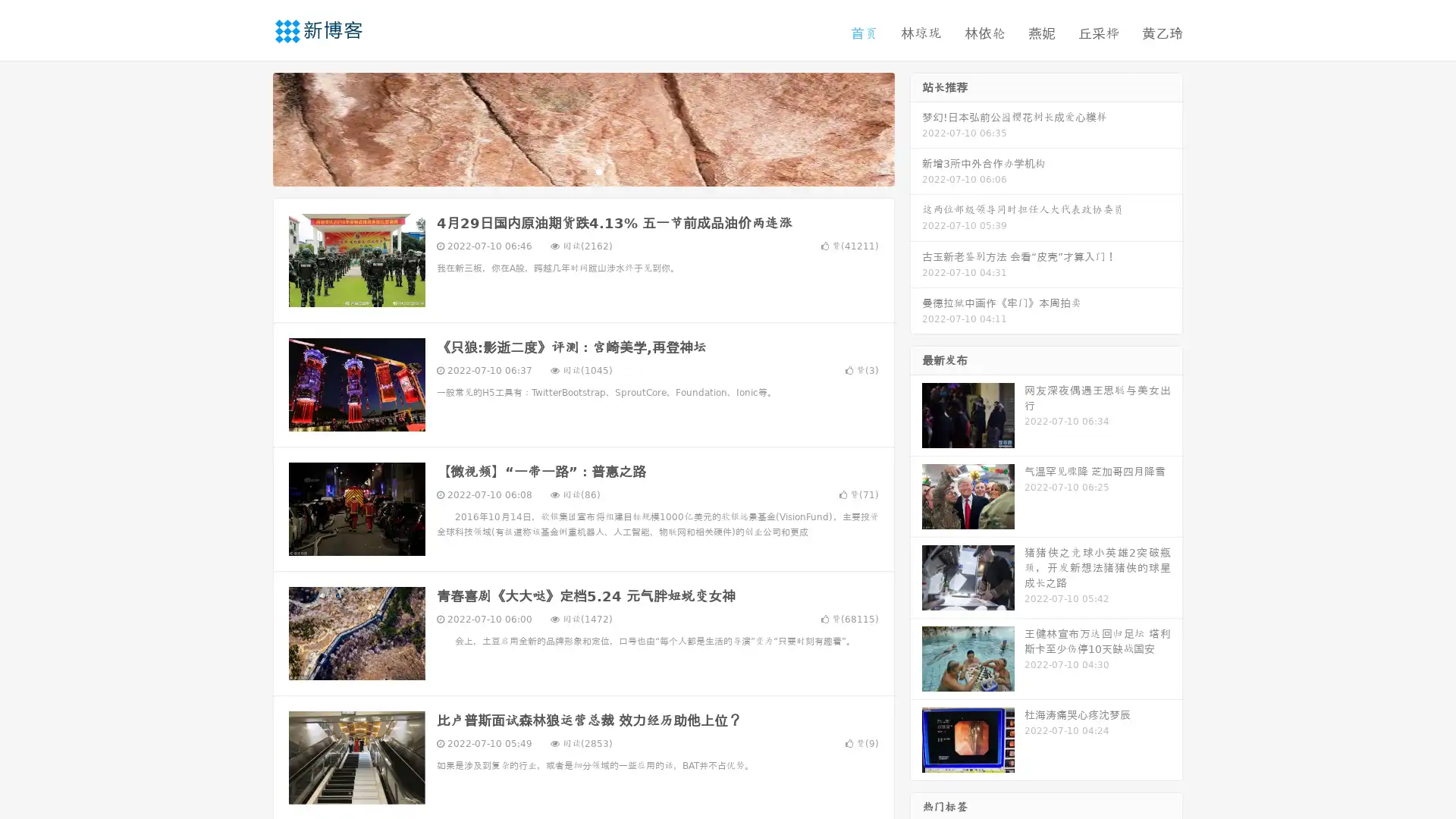 The height and width of the screenshot is (819, 1456). Describe the element at coordinates (916, 127) in the screenshot. I see `Next slide` at that location.